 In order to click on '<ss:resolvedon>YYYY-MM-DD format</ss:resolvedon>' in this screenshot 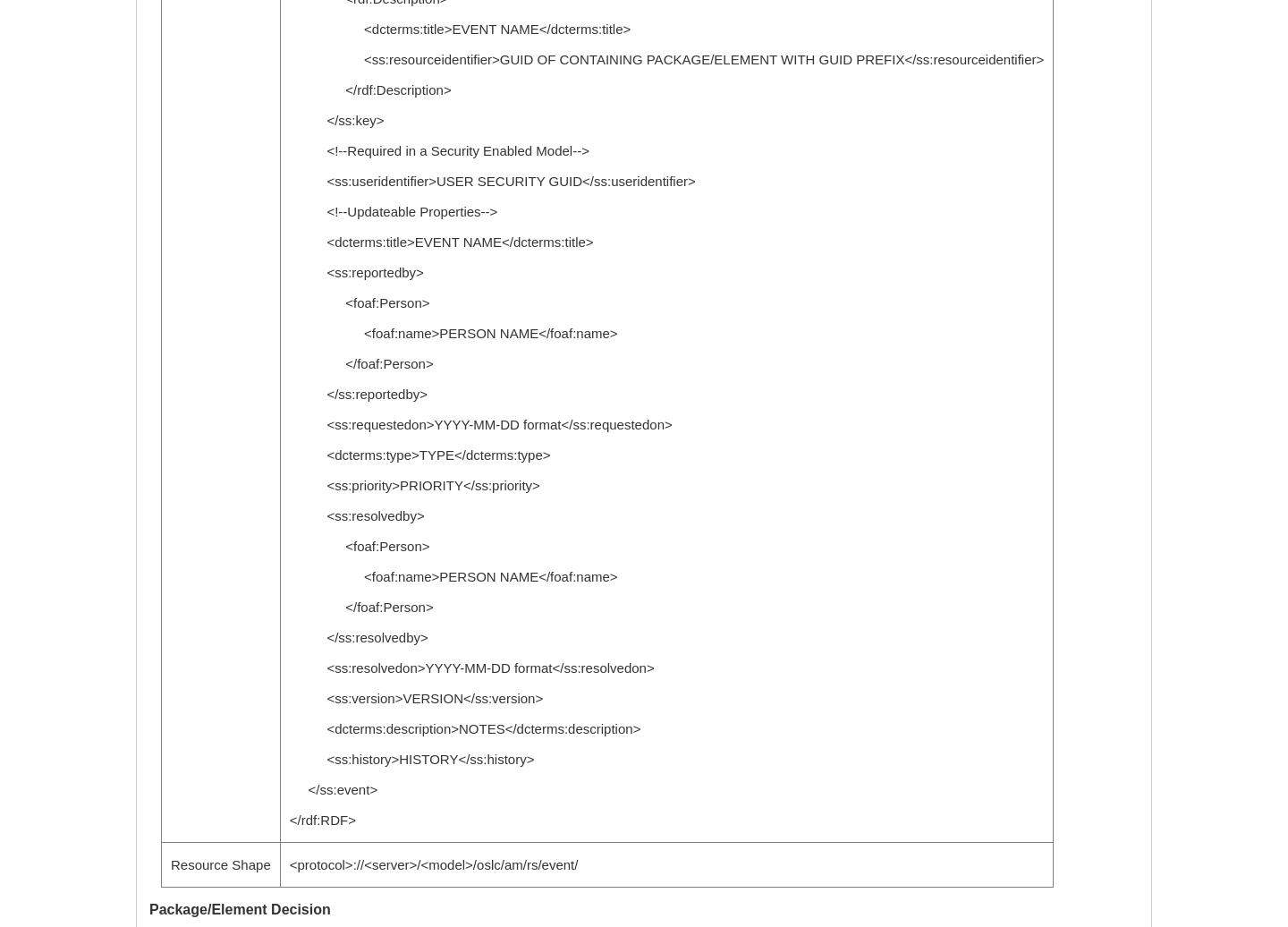, I will do `click(470, 668)`.